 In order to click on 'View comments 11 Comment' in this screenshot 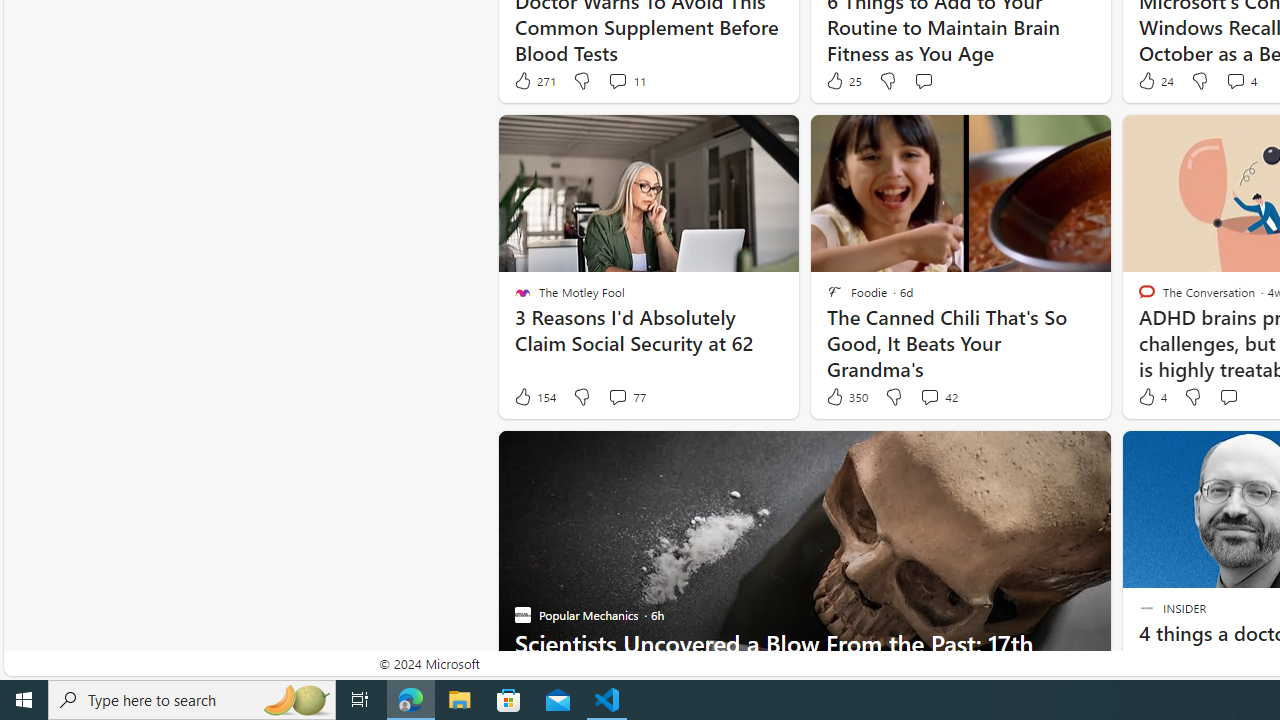, I will do `click(625, 80)`.